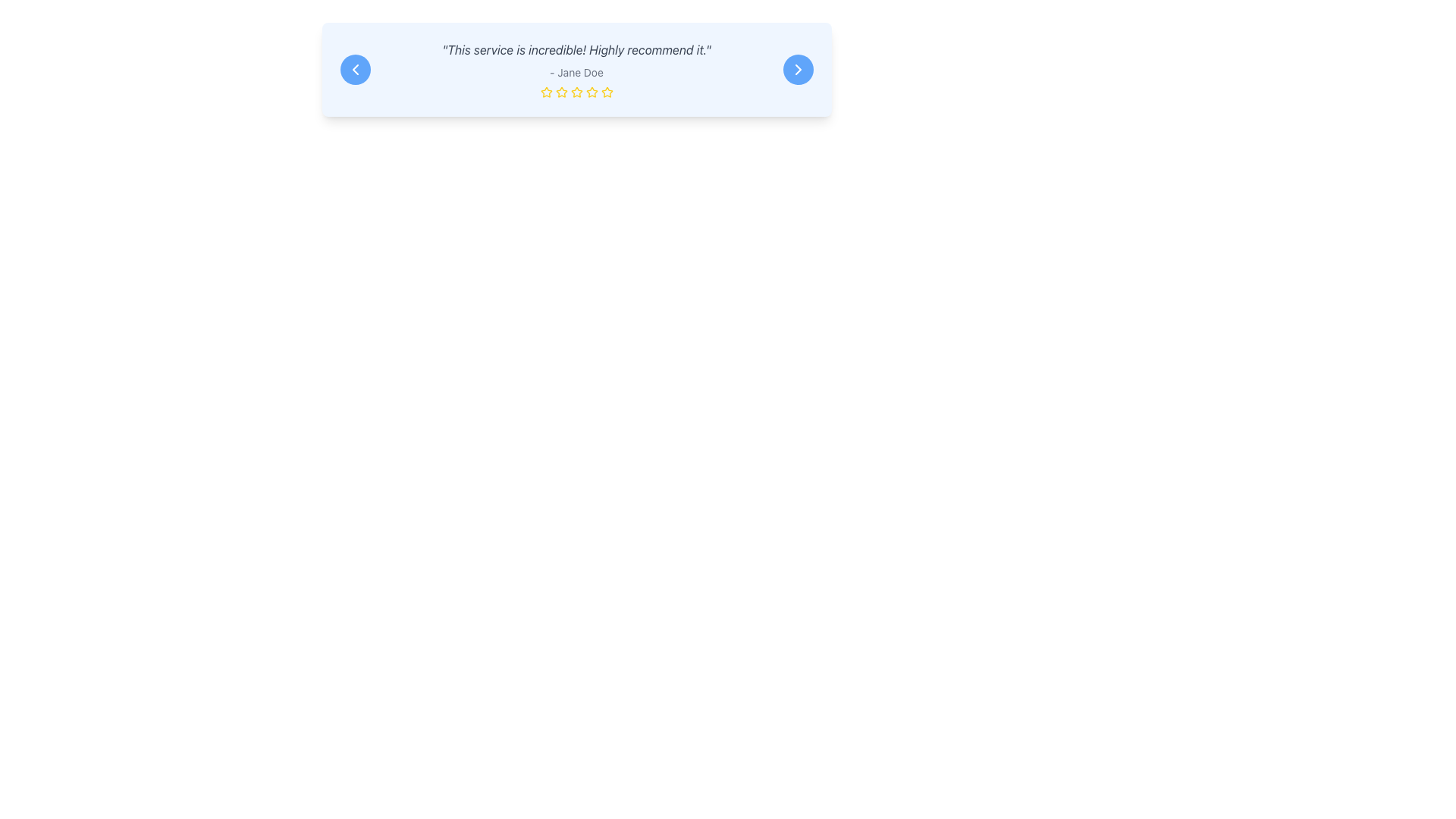 The image size is (1456, 819). Describe the element at coordinates (607, 92) in the screenshot. I see `the fourth star` at that location.